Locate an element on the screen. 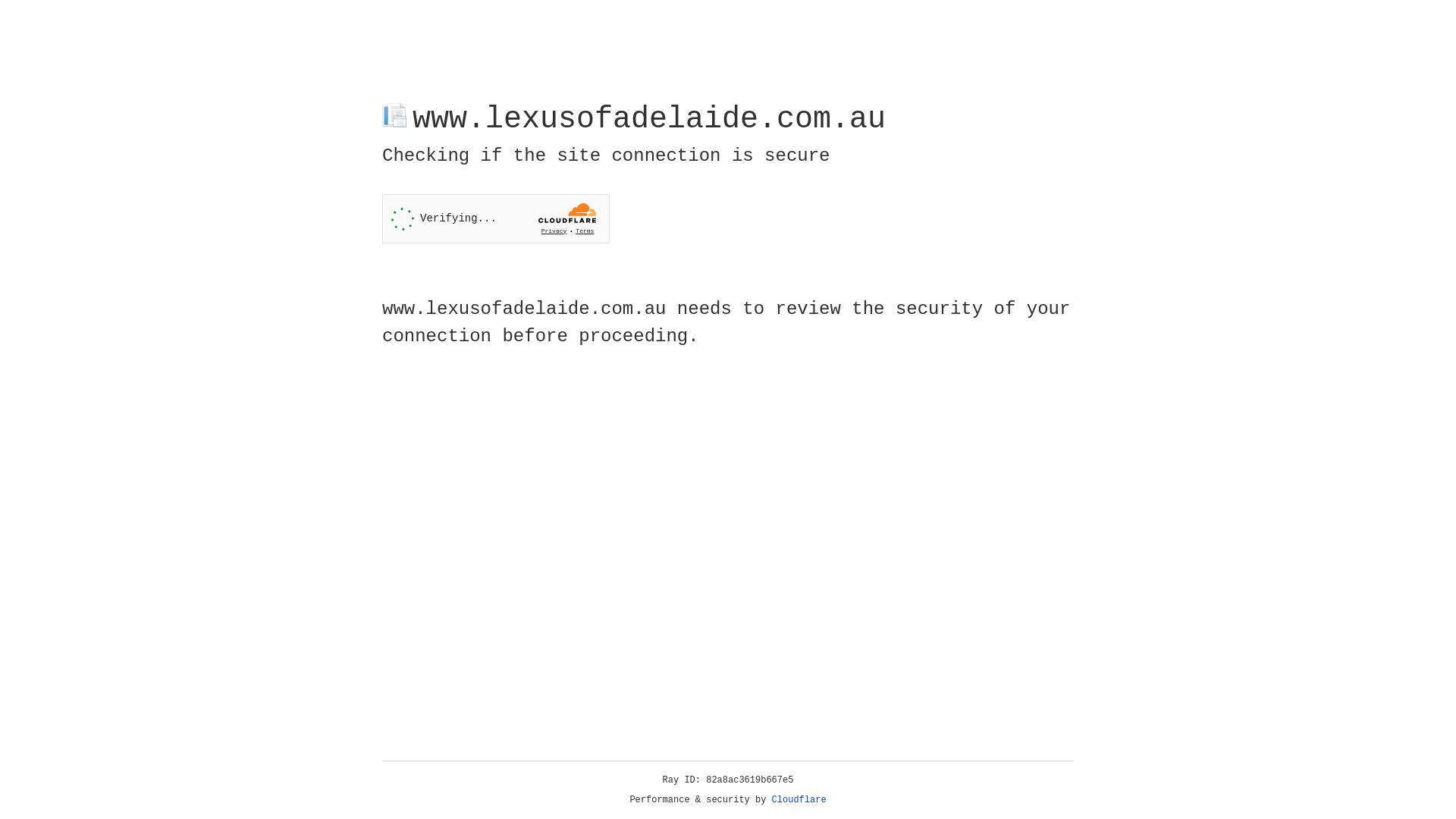 This screenshot has height=819, width=1456. 'Widget containing a Cloudflare security challenge' is located at coordinates (495, 218).